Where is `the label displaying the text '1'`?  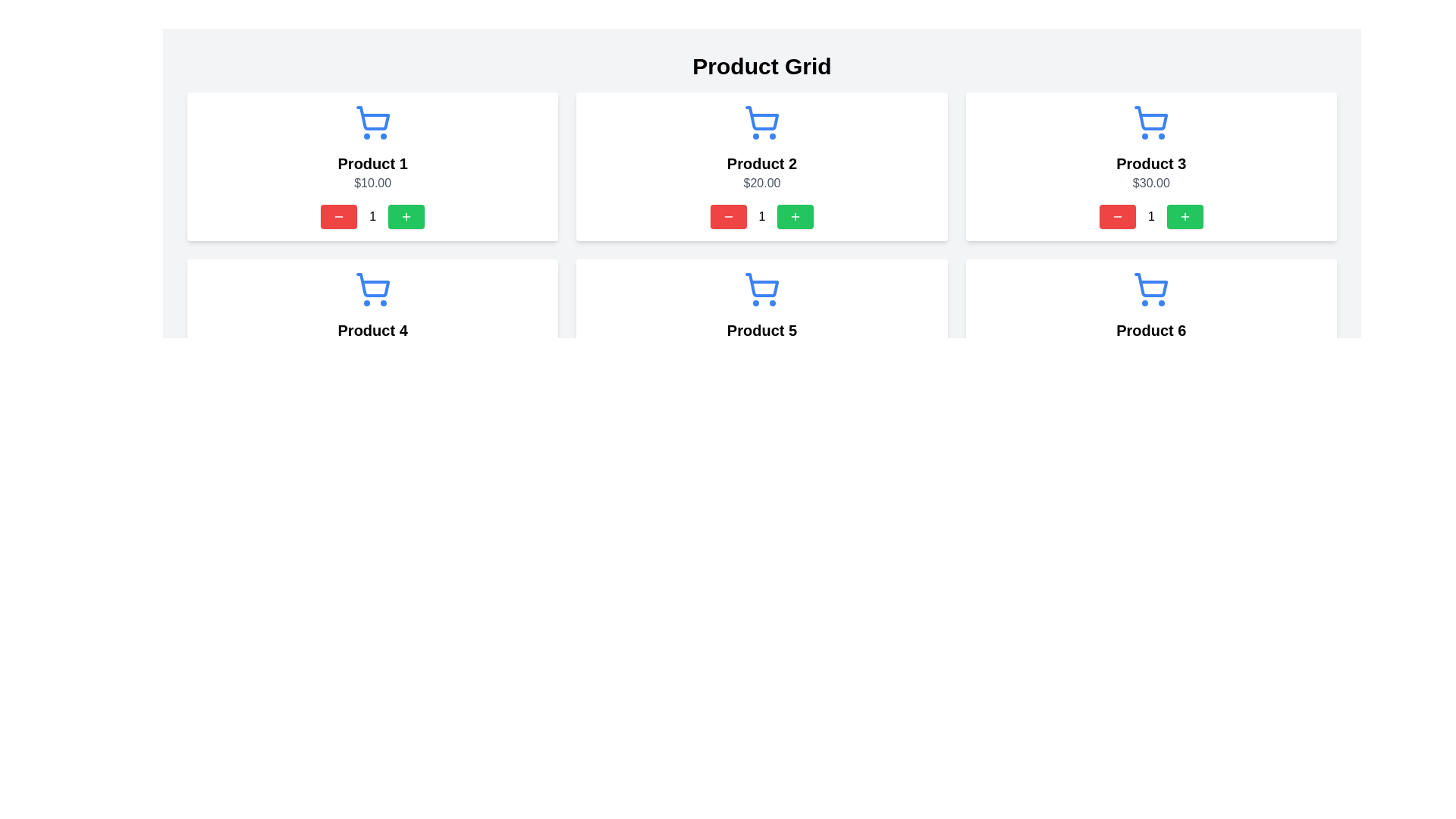
the label displaying the text '1' is located at coordinates (372, 216).